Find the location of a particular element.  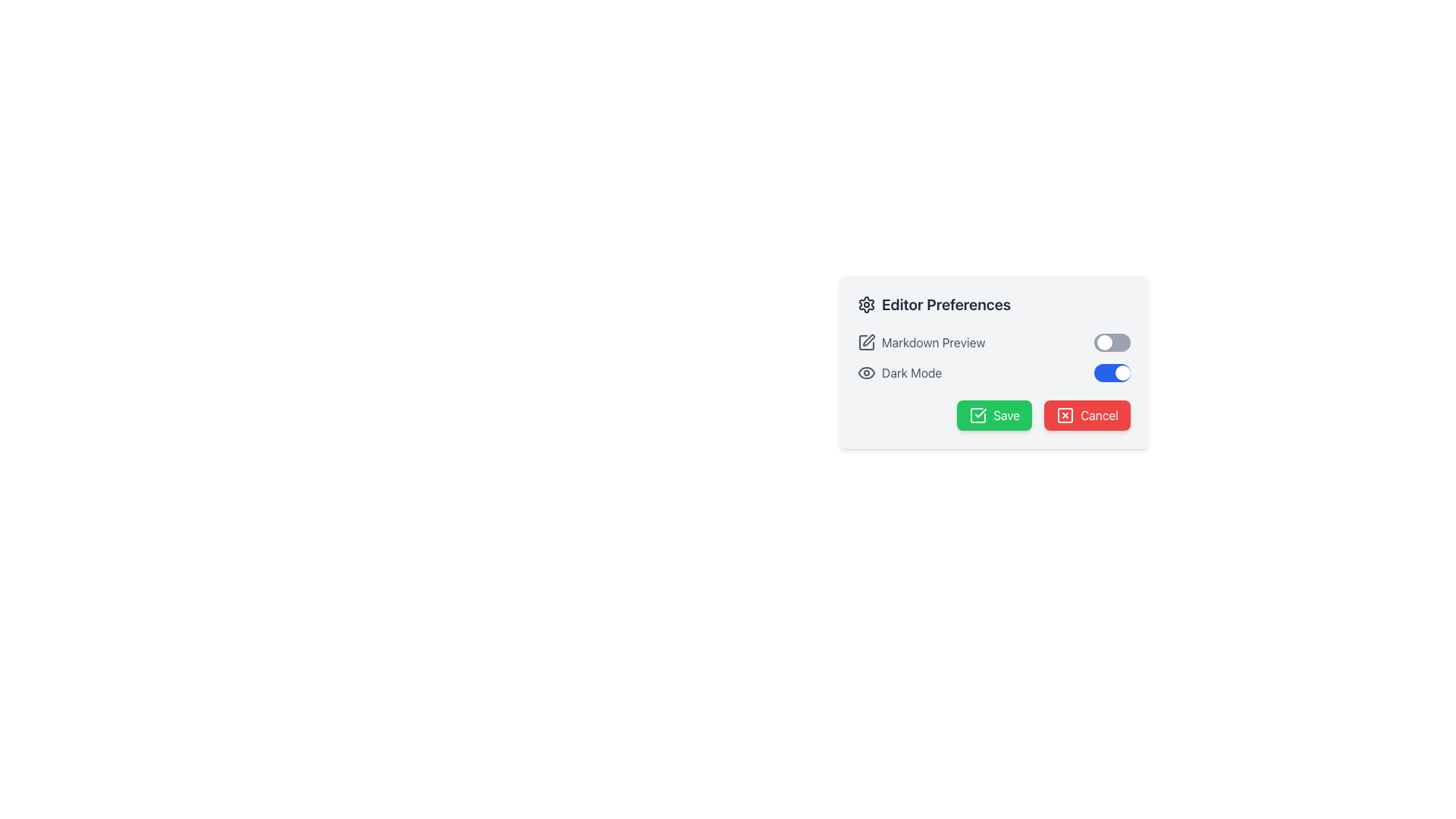

the toggle switch labeled 'Markdown Preview' to switch it on or off is located at coordinates (993, 342).